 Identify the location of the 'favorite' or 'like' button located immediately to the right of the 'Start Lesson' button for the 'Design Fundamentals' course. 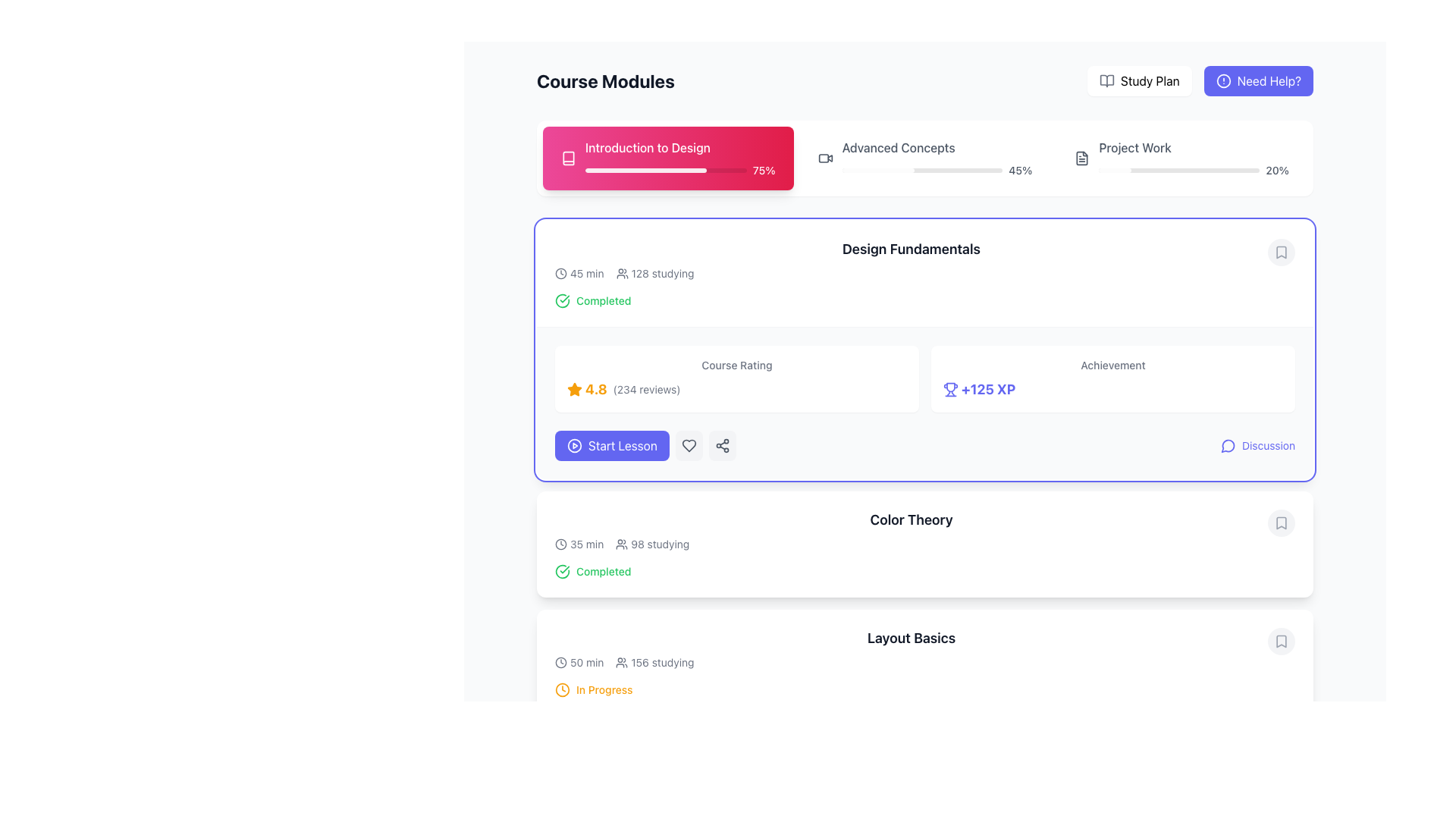
(688, 444).